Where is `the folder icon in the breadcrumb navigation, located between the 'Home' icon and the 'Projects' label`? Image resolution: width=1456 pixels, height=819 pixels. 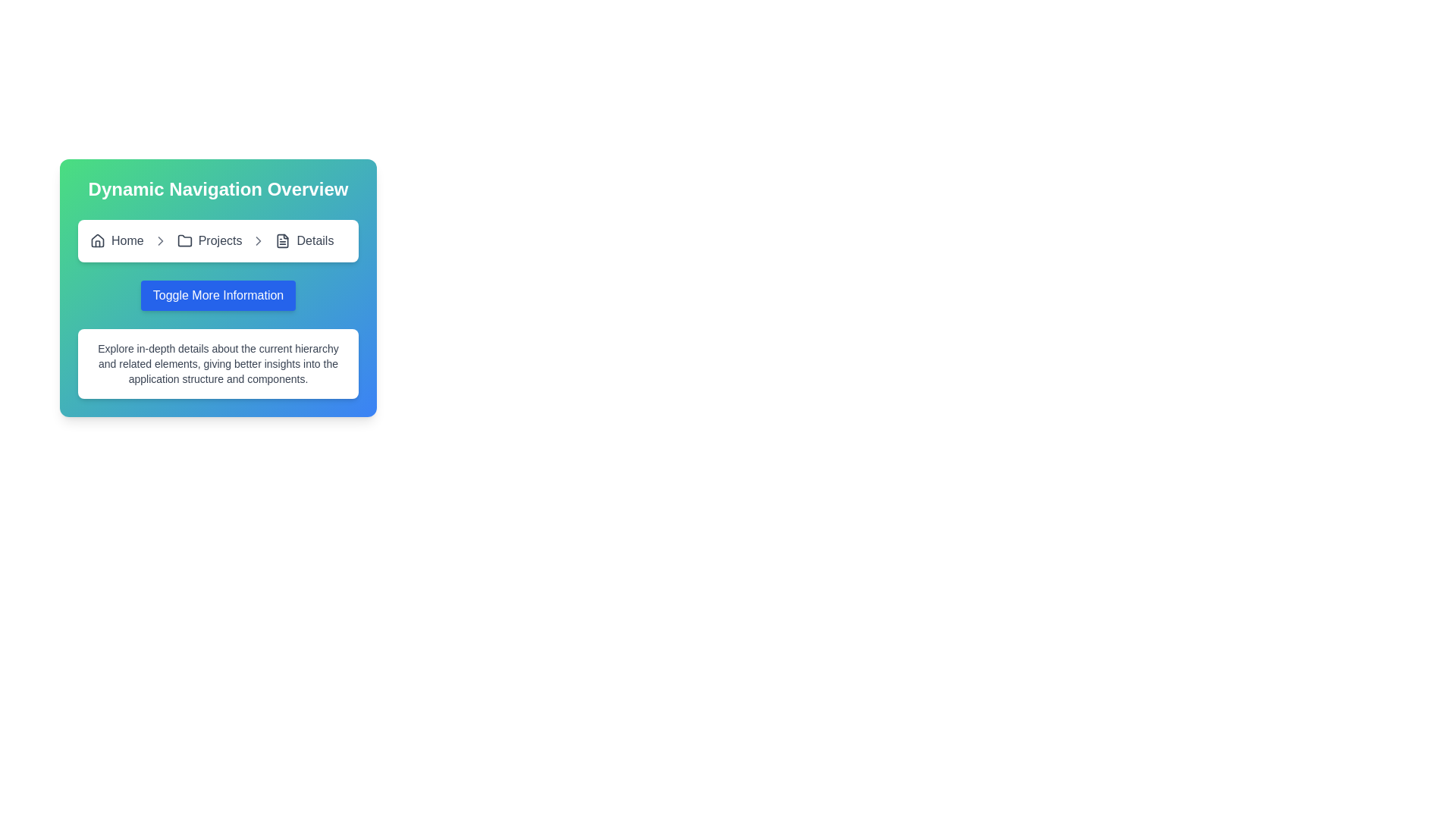
the folder icon in the breadcrumb navigation, located between the 'Home' icon and the 'Projects' label is located at coordinates (184, 240).